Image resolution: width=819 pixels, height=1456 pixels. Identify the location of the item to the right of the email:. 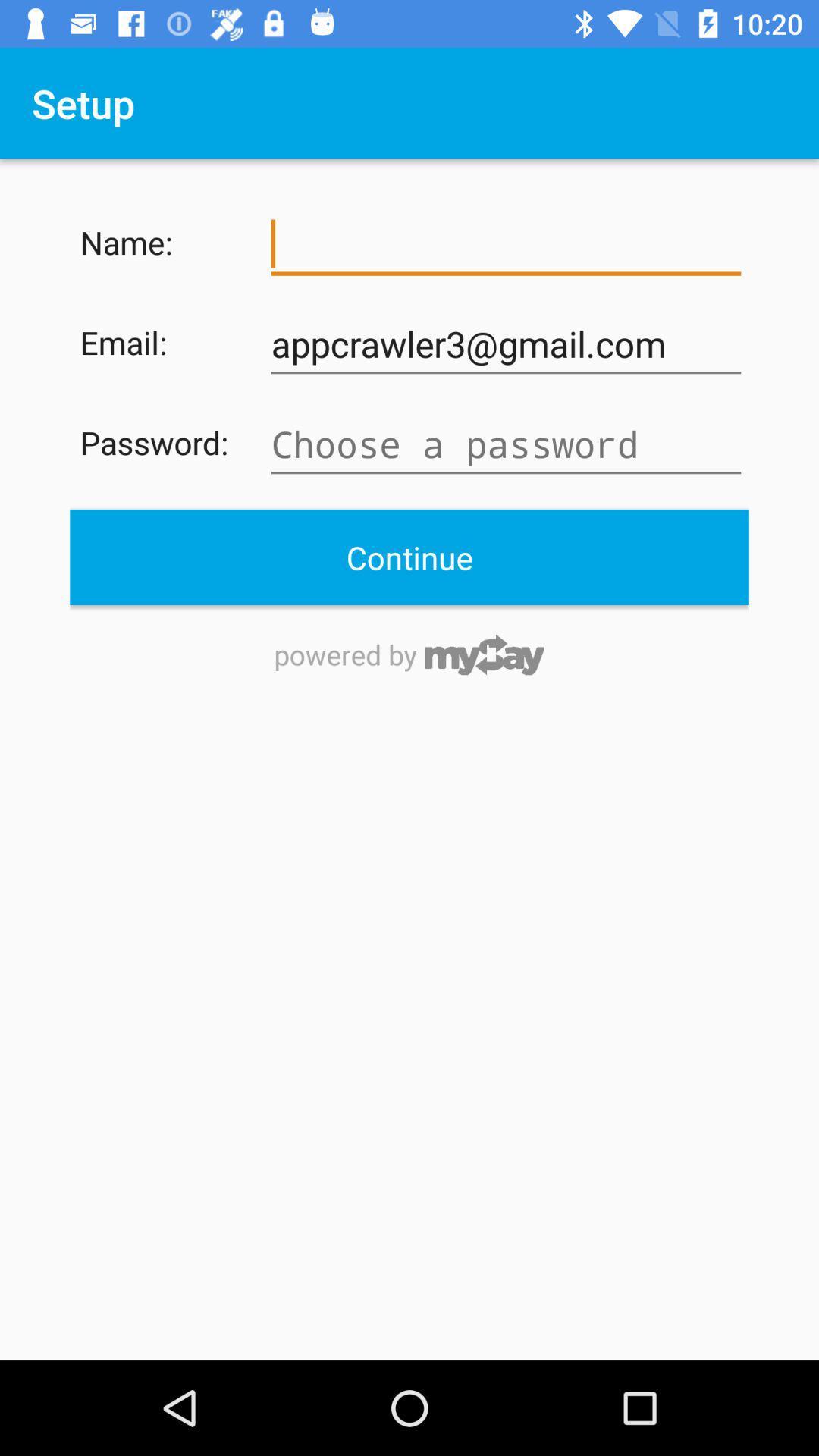
(506, 344).